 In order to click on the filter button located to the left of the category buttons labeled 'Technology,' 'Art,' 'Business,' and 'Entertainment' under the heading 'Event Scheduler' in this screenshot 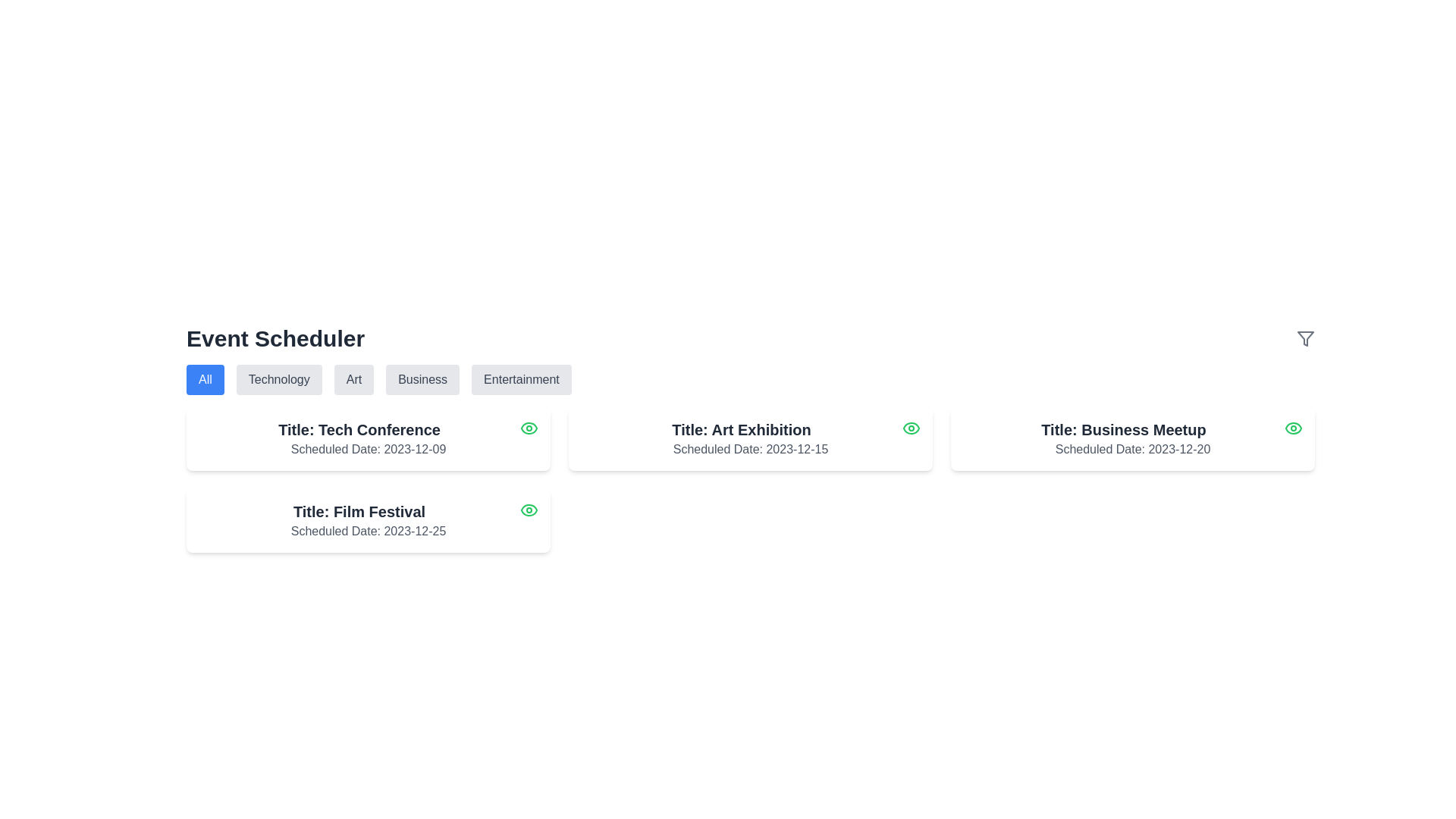, I will do `click(204, 379)`.